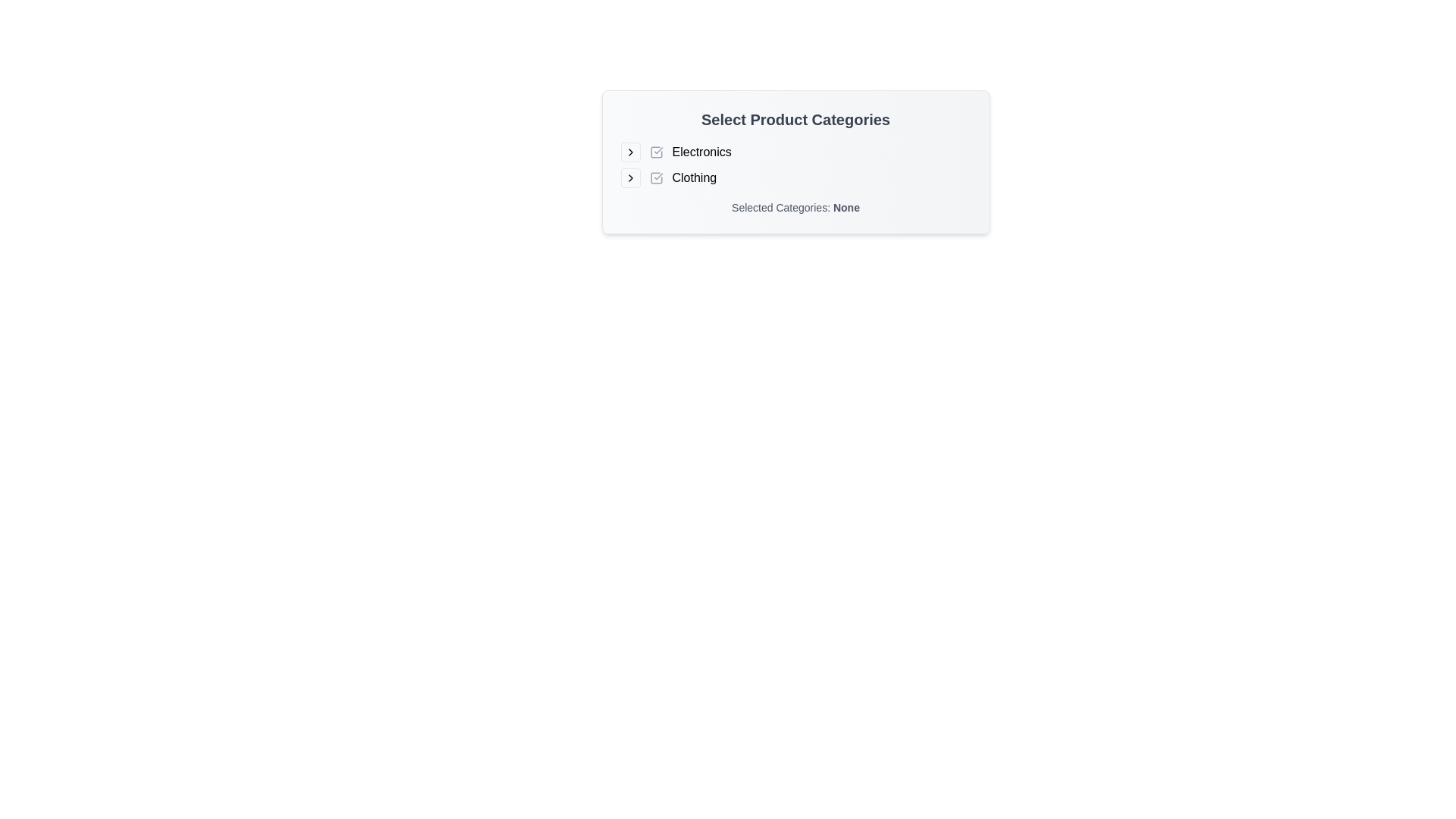 The height and width of the screenshot is (819, 1456). Describe the element at coordinates (795, 119) in the screenshot. I see `the Header text that serves as a heading for the section, positioned above the selectable categories 'Electronics' and 'Clothing'` at that location.